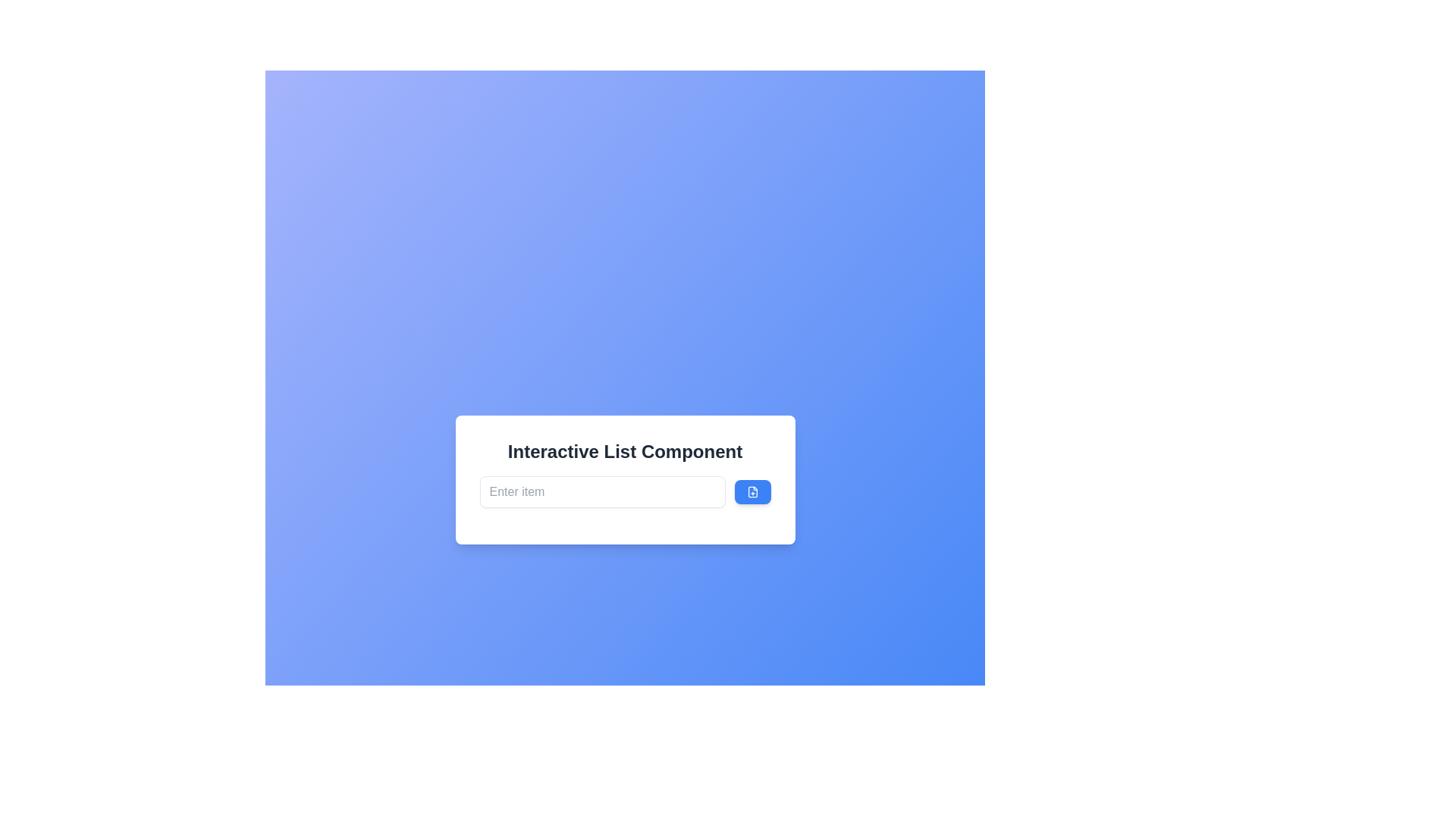 This screenshot has width=1456, height=819. What do you see at coordinates (625, 451) in the screenshot?
I see `the bold header text element located at the top of the card component, which is visually formatted with a large size and centered alignment` at bounding box center [625, 451].